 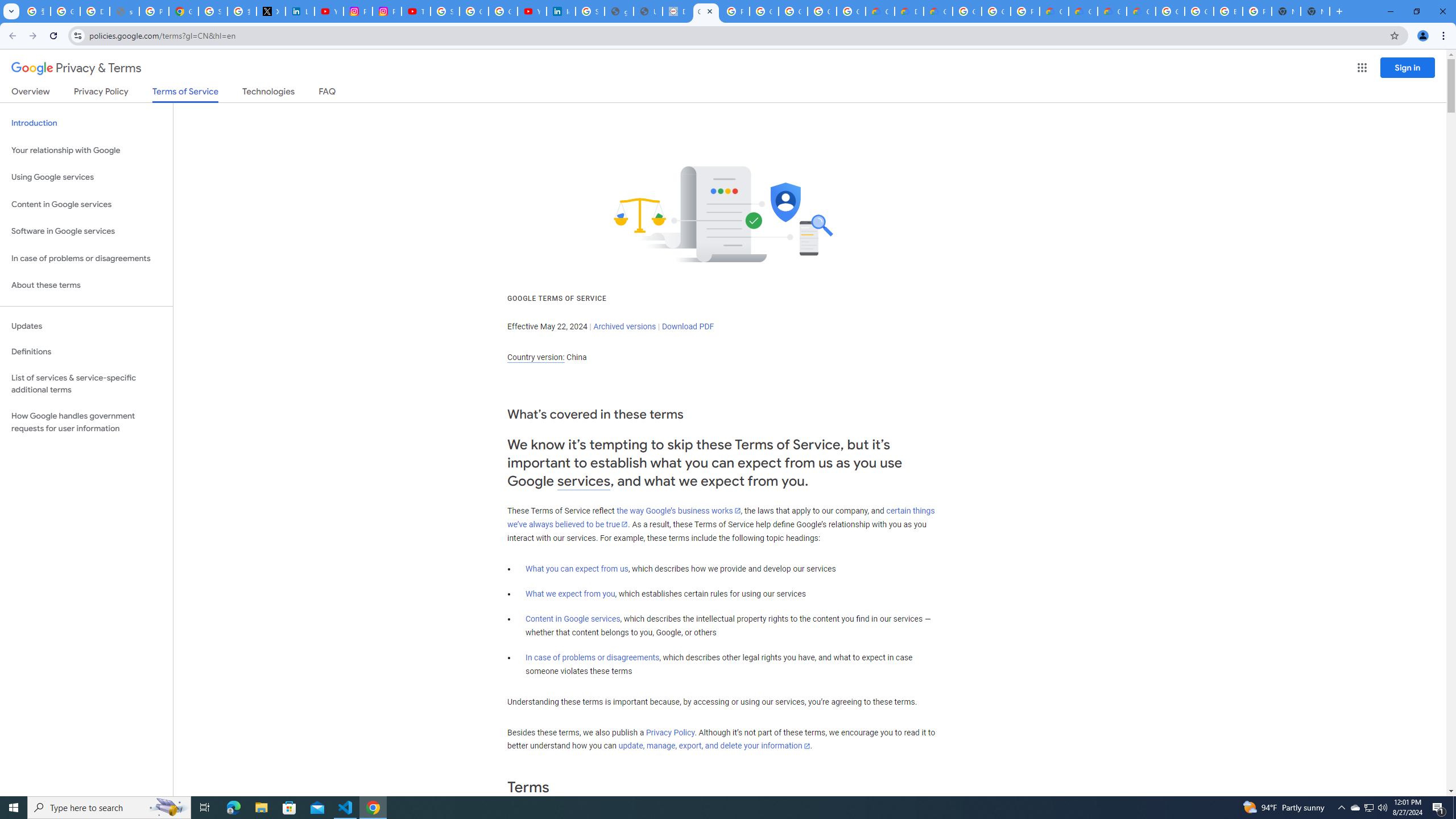 What do you see at coordinates (577, 568) in the screenshot?
I see `'What you can expect from us'` at bounding box center [577, 568].